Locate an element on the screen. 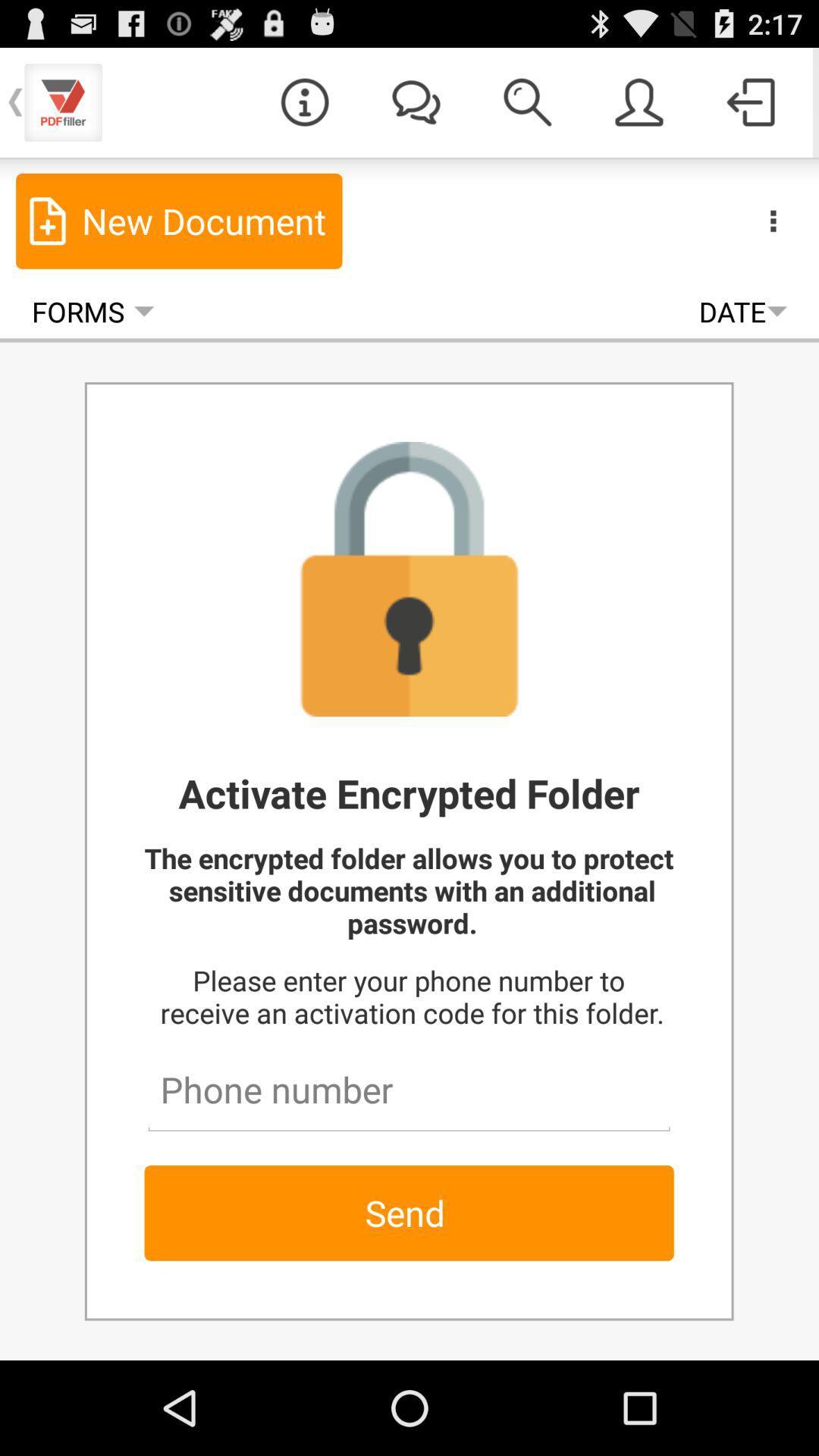 The image size is (819, 1456). your phone number is located at coordinates (408, 1082).